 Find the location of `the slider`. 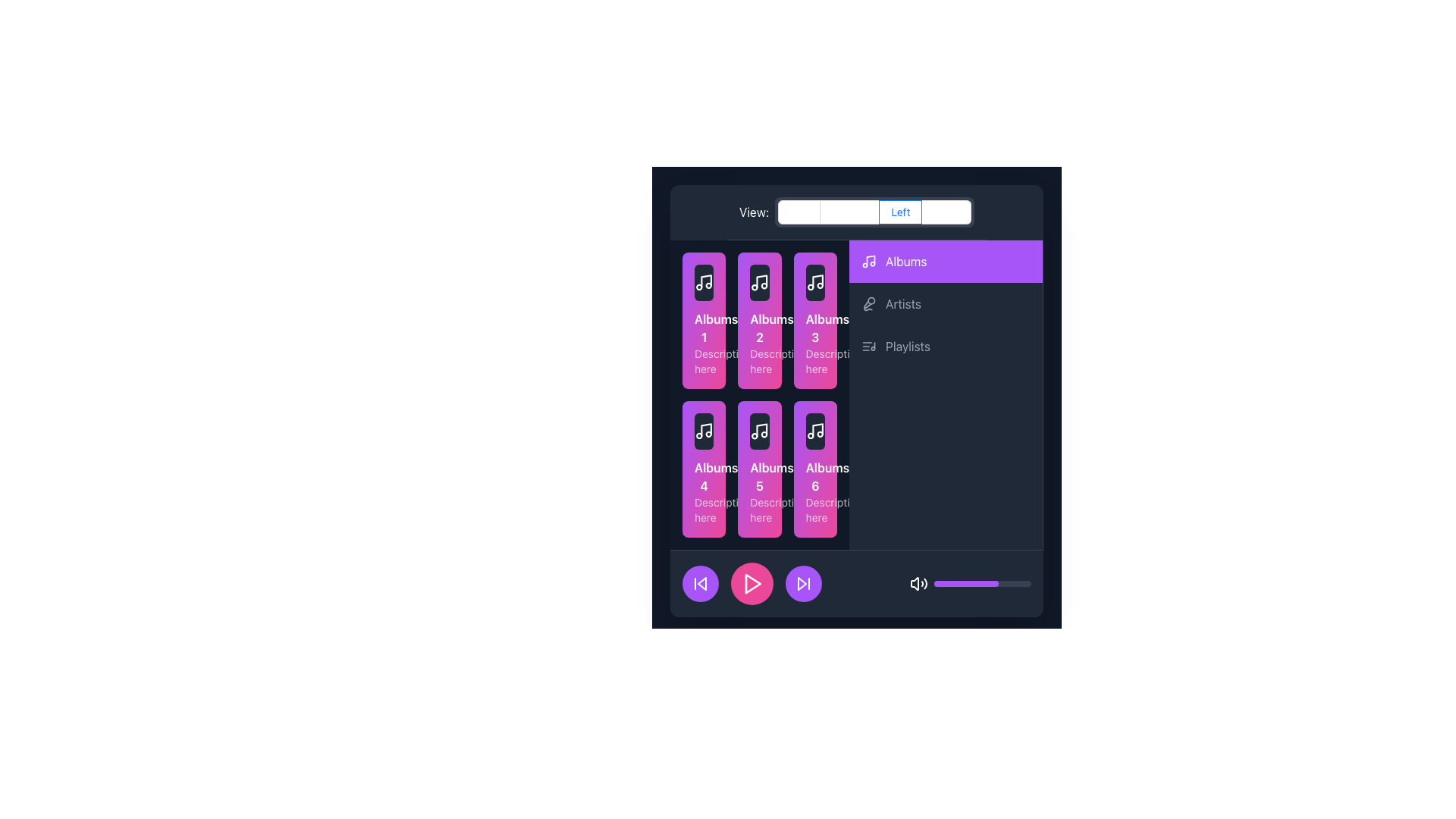

the slider is located at coordinates (941, 583).